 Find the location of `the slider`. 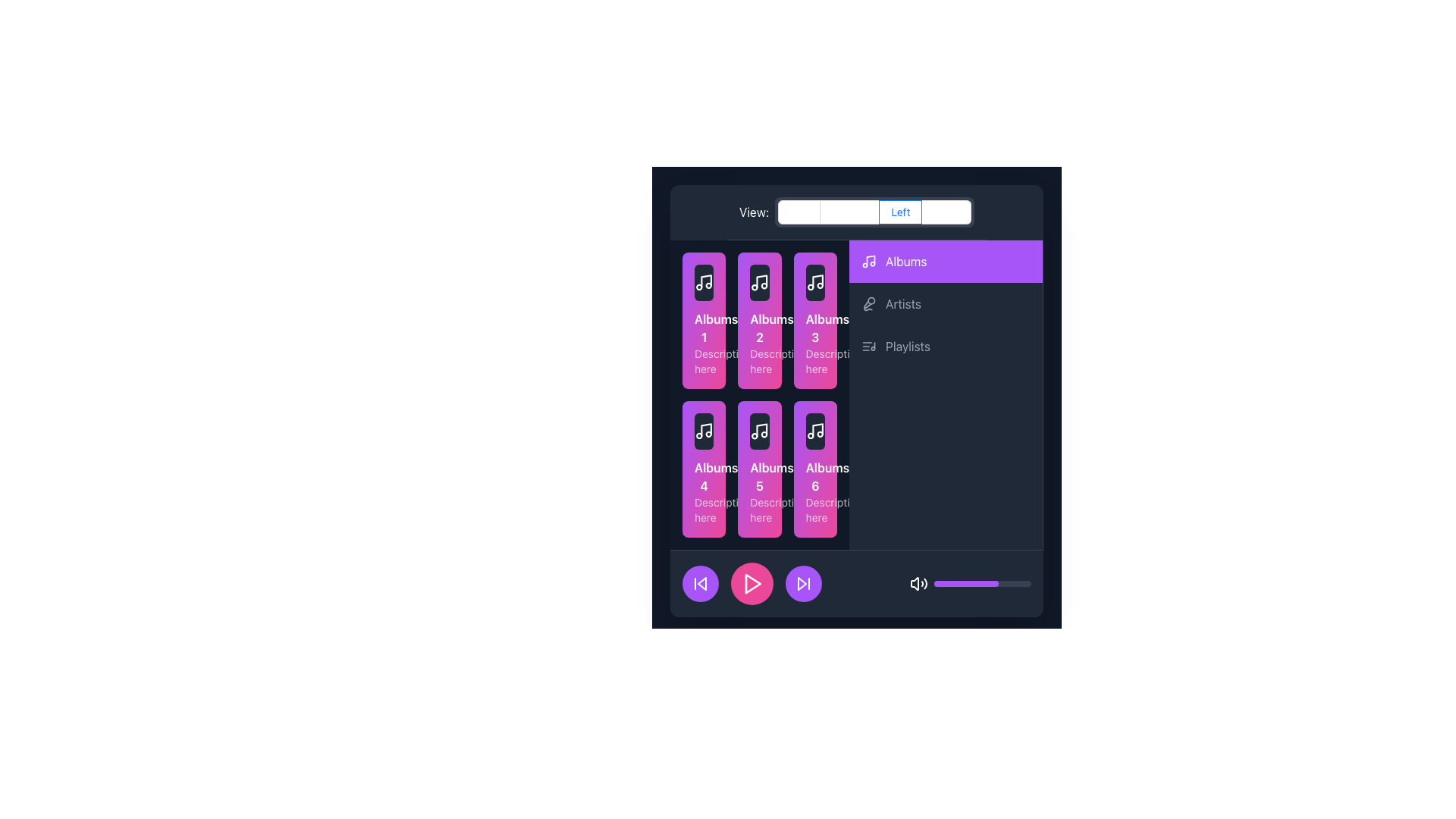

the slider is located at coordinates (941, 583).